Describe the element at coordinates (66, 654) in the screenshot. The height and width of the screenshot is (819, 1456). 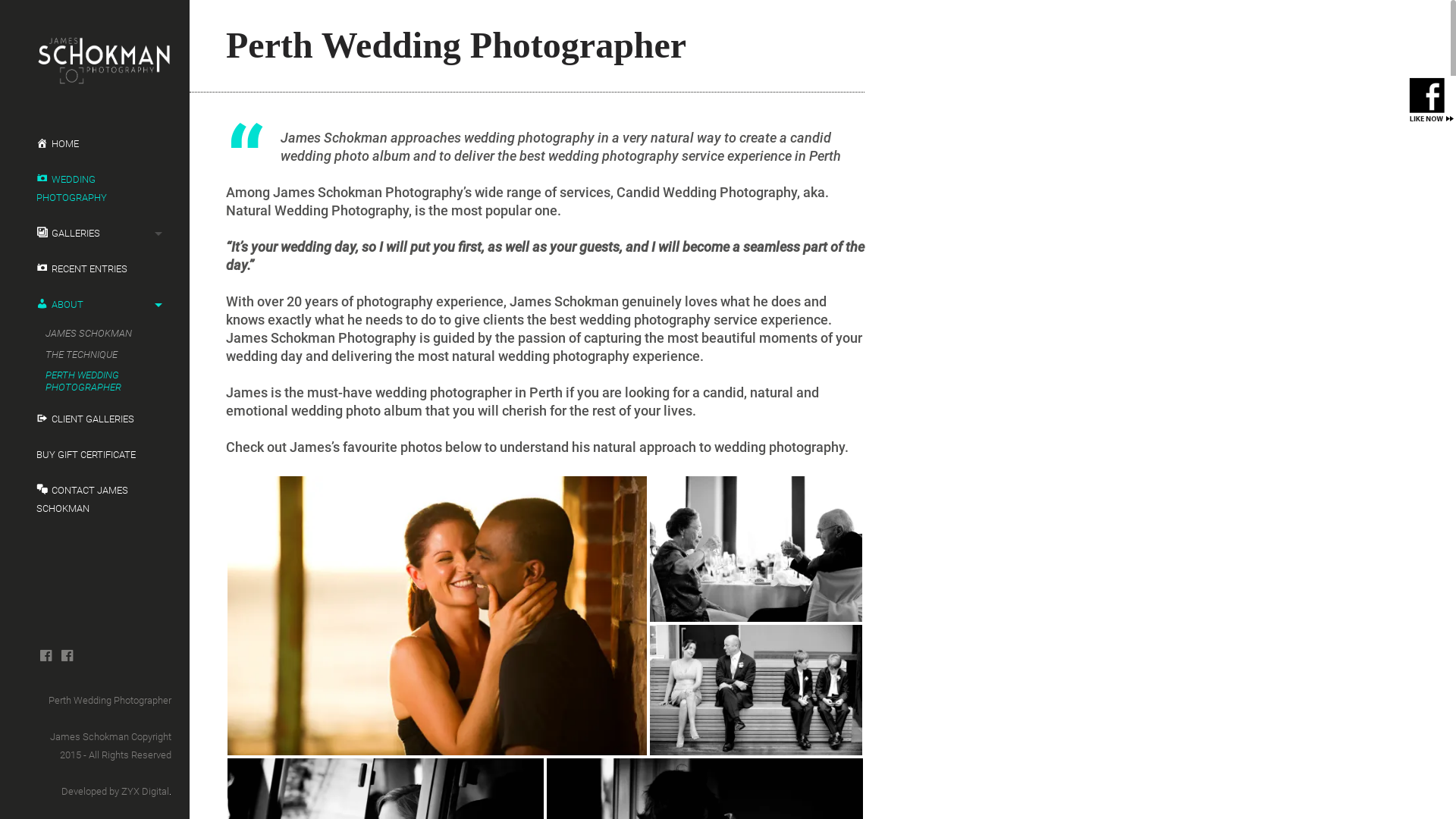
I see `'facebook'` at that location.